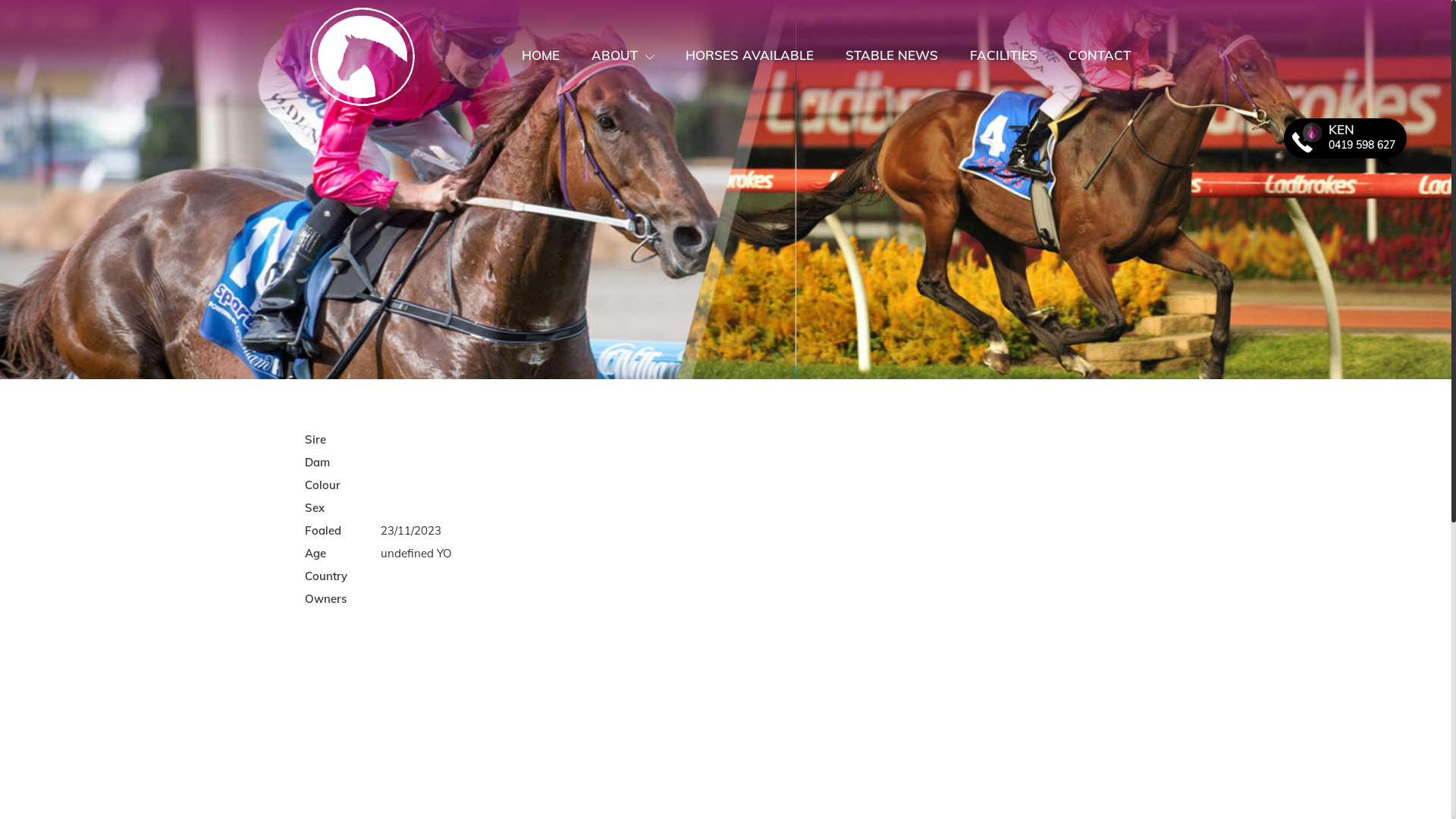 The image size is (1456, 819). Describe the element at coordinates (1099, 58) in the screenshot. I see `'CONTACT'` at that location.